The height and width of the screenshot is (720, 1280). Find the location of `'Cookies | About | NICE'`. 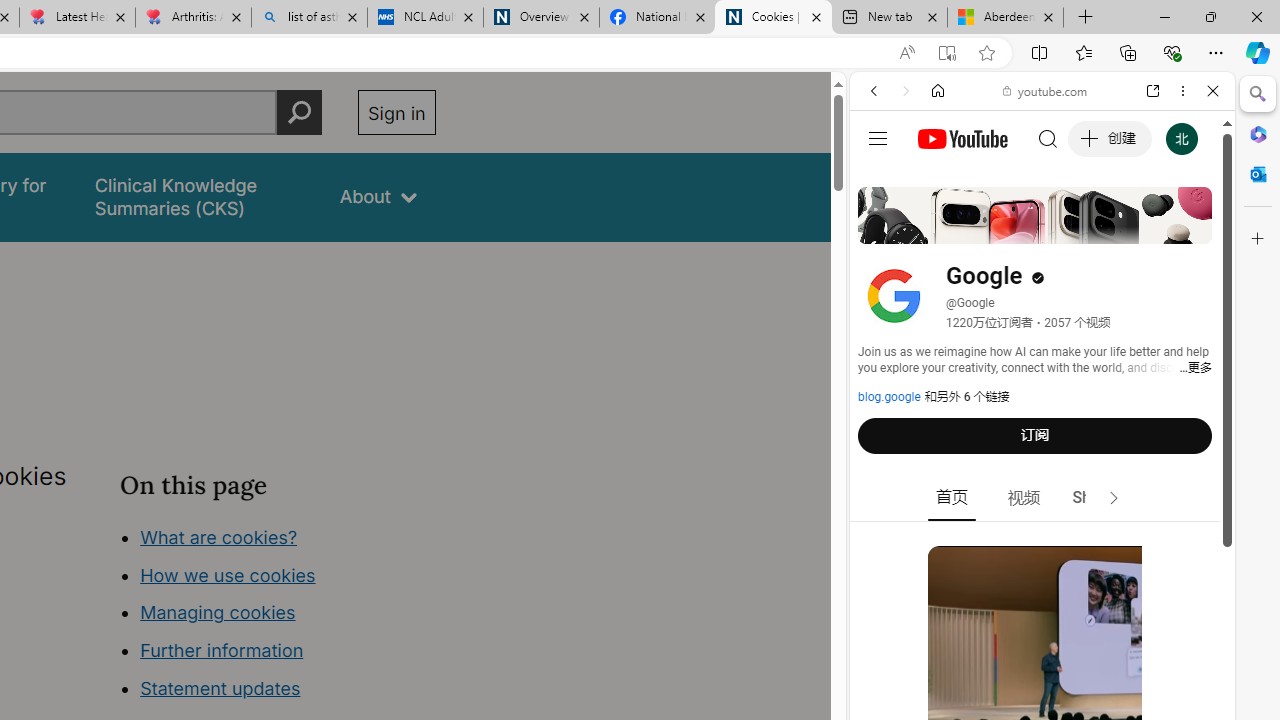

'Cookies | About | NICE' is located at coordinates (772, 17).